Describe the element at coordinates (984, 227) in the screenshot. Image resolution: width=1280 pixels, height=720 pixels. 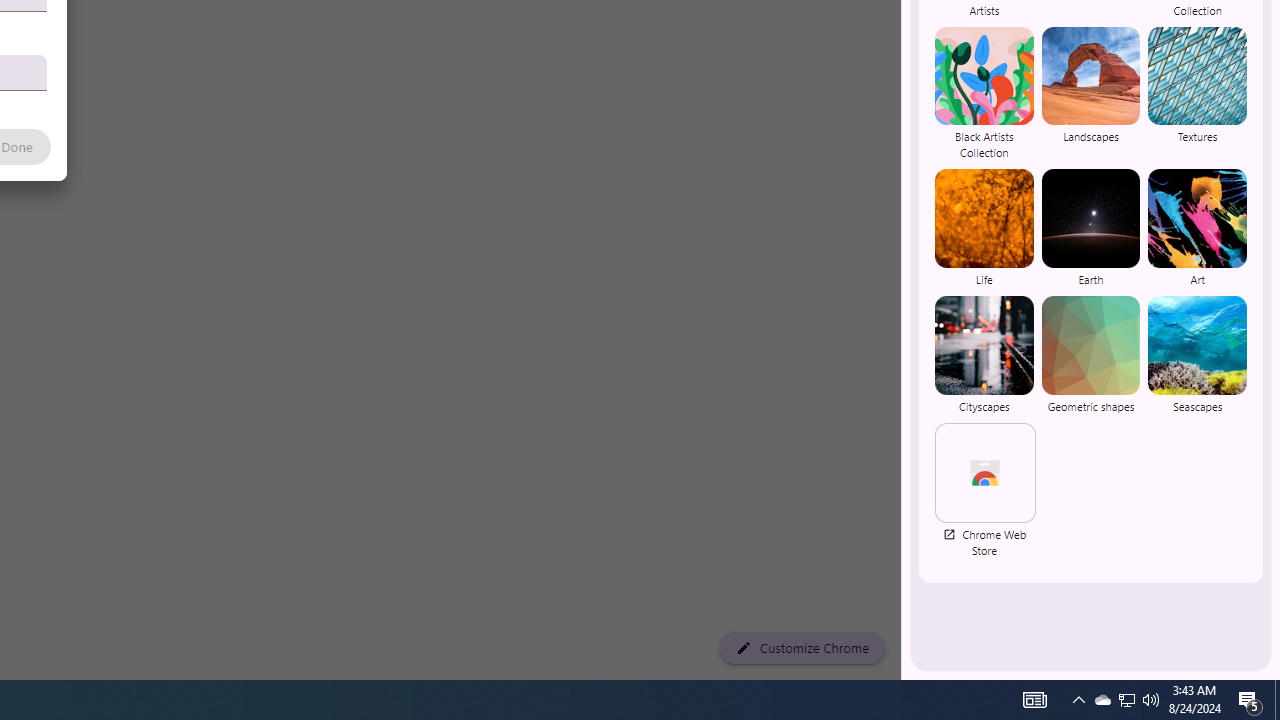
I see `'Life'` at that location.